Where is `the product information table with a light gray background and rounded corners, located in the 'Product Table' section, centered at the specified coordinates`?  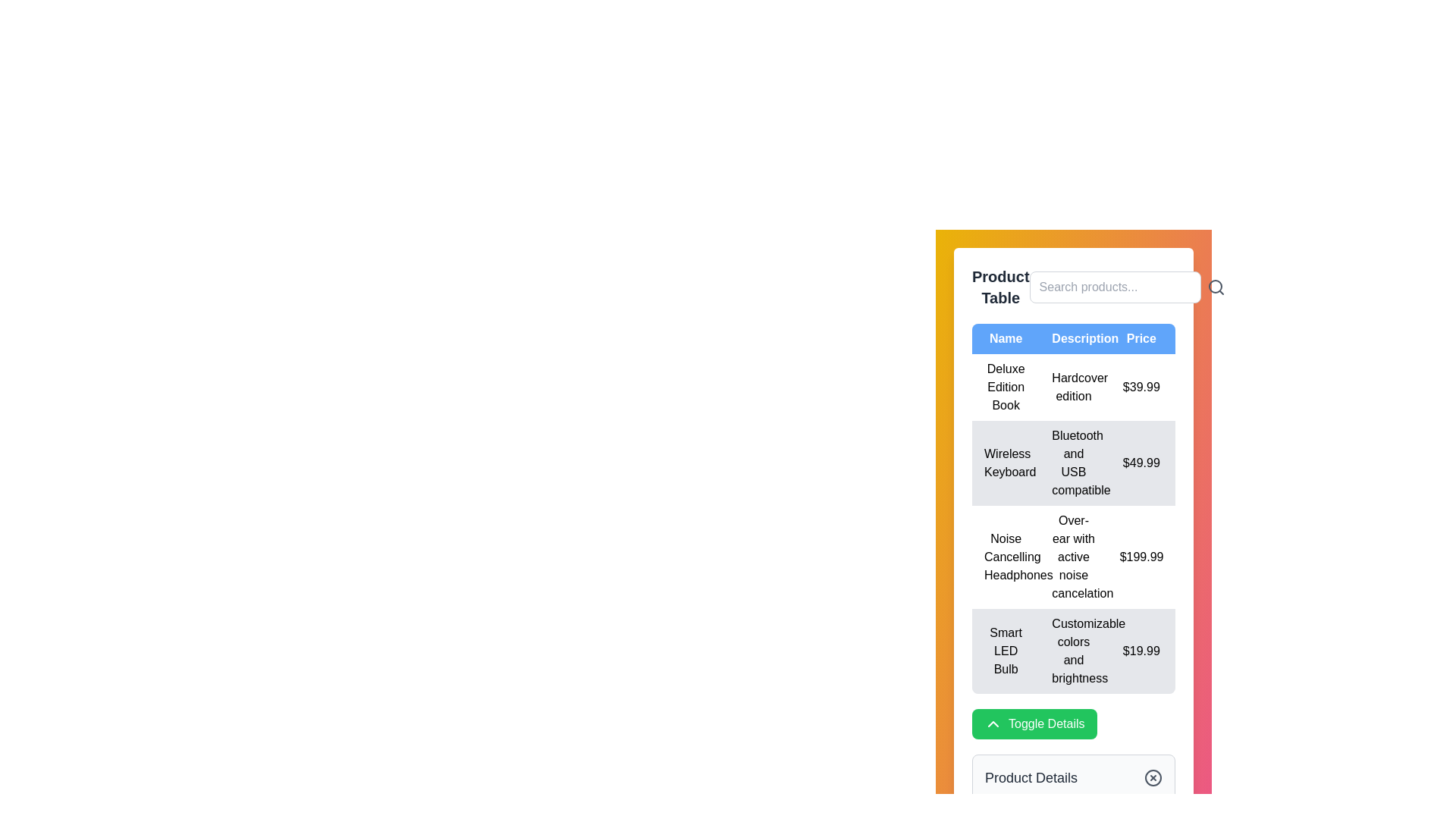 the product information table with a light gray background and rounded corners, located in the 'Product Table' section, centered at the specified coordinates is located at coordinates (1073, 509).